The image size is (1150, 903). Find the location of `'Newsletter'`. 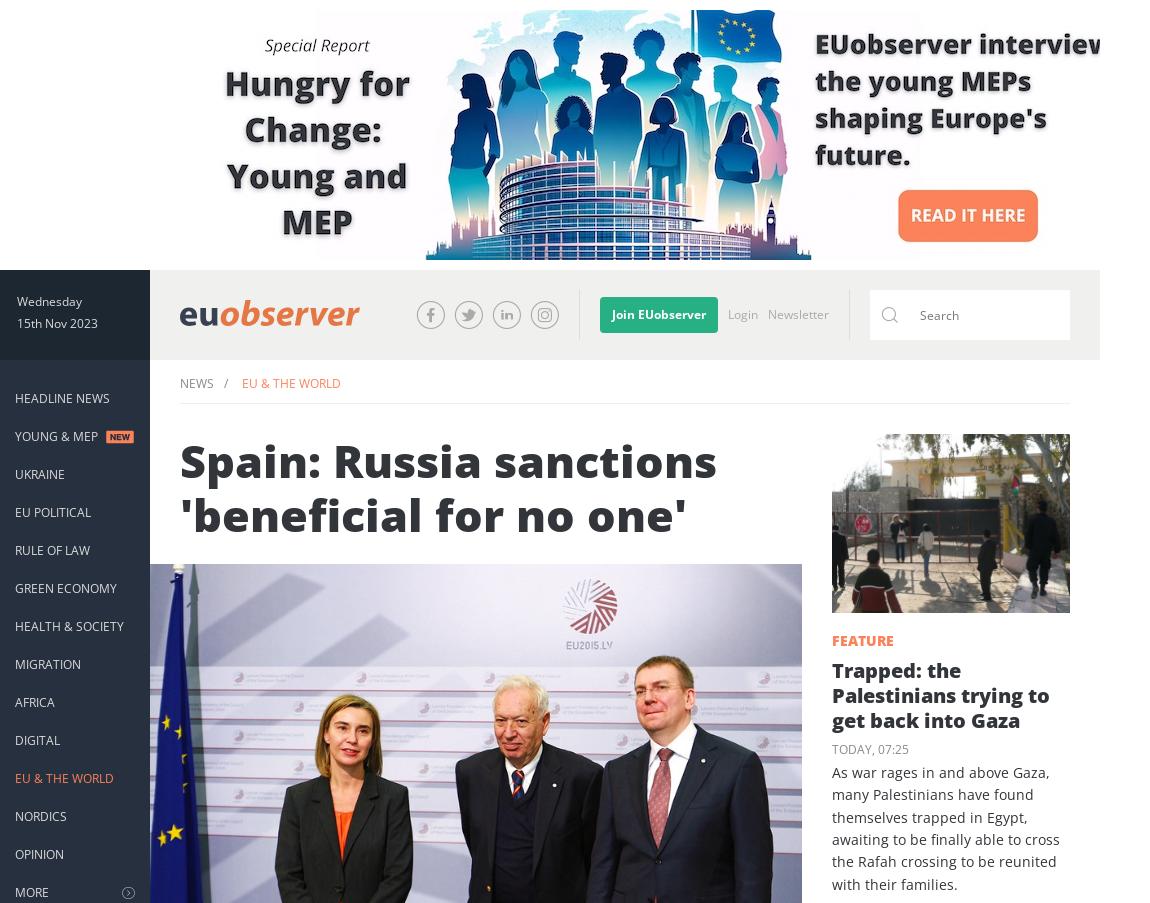

'Newsletter' is located at coordinates (797, 313).